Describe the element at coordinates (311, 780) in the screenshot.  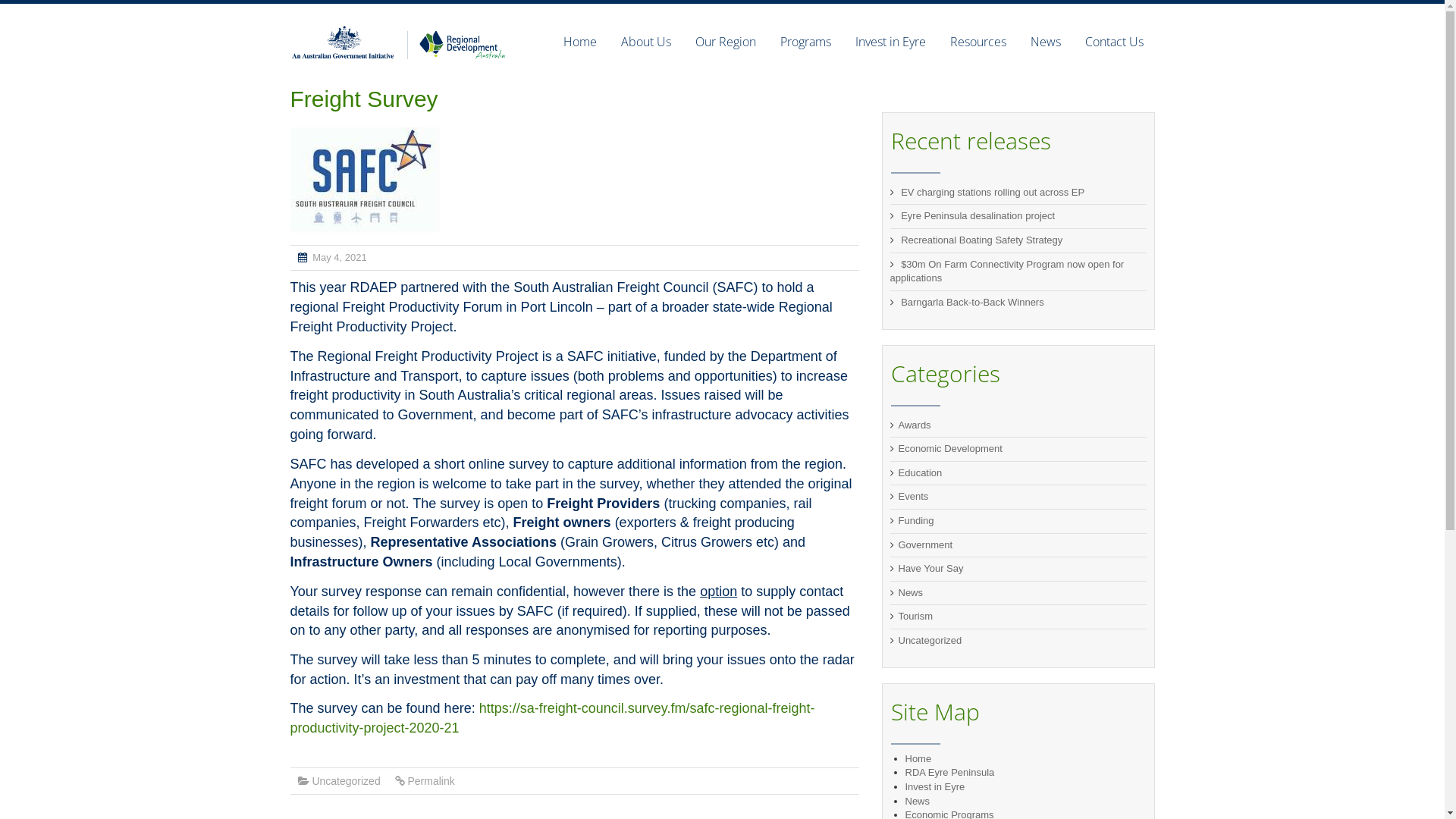
I see `'Uncategorized'` at that location.